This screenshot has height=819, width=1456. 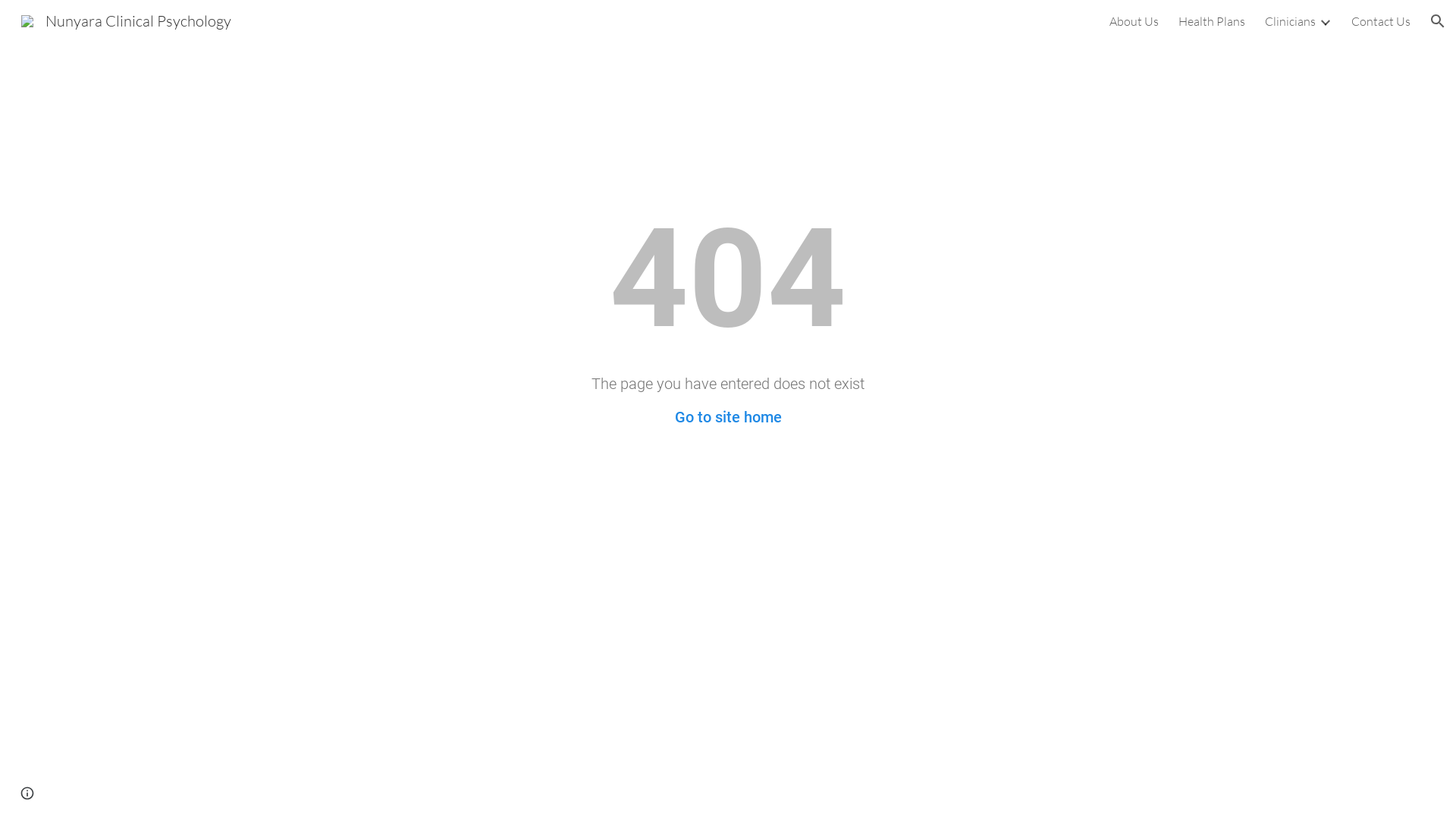 What do you see at coordinates (1324, 20) in the screenshot?
I see `'Expand/Collapse'` at bounding box center [1324, 20].